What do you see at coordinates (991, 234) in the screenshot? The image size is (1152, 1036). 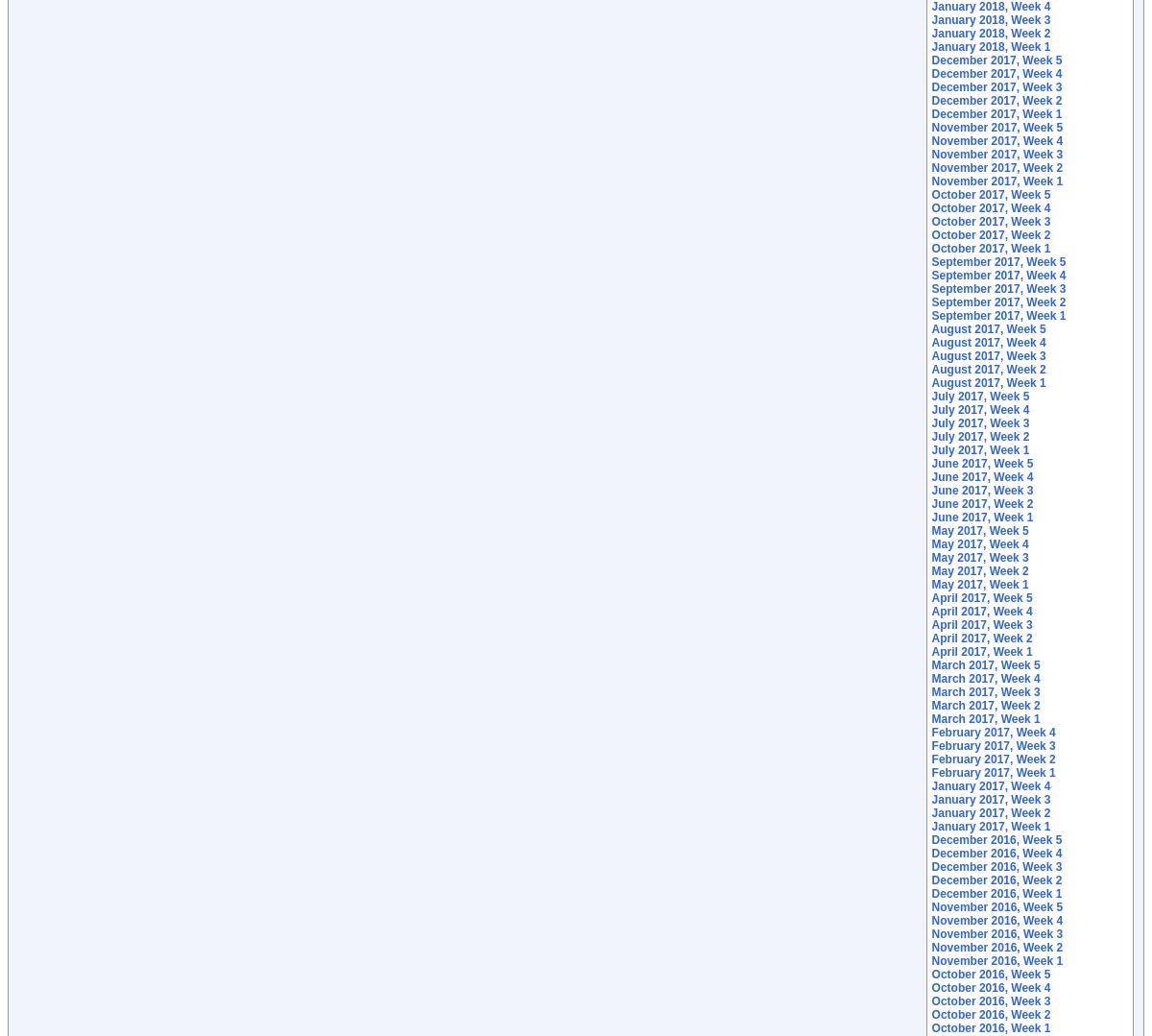 I see `'October 2017, Week 2'` at bounding box center [991, 234].